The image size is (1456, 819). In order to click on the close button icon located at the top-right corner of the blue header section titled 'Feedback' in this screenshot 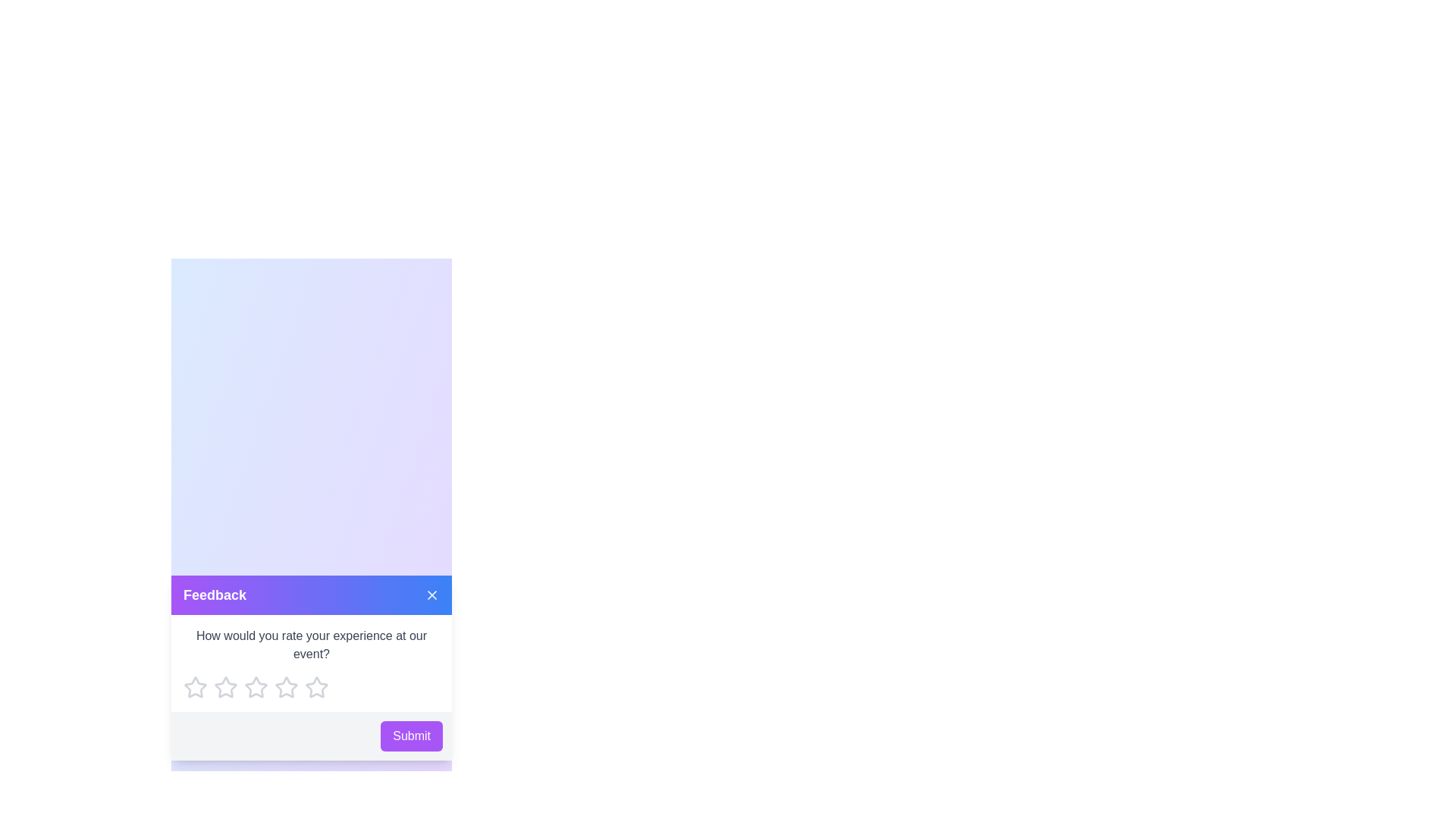, I will do `click(431, 595)`.